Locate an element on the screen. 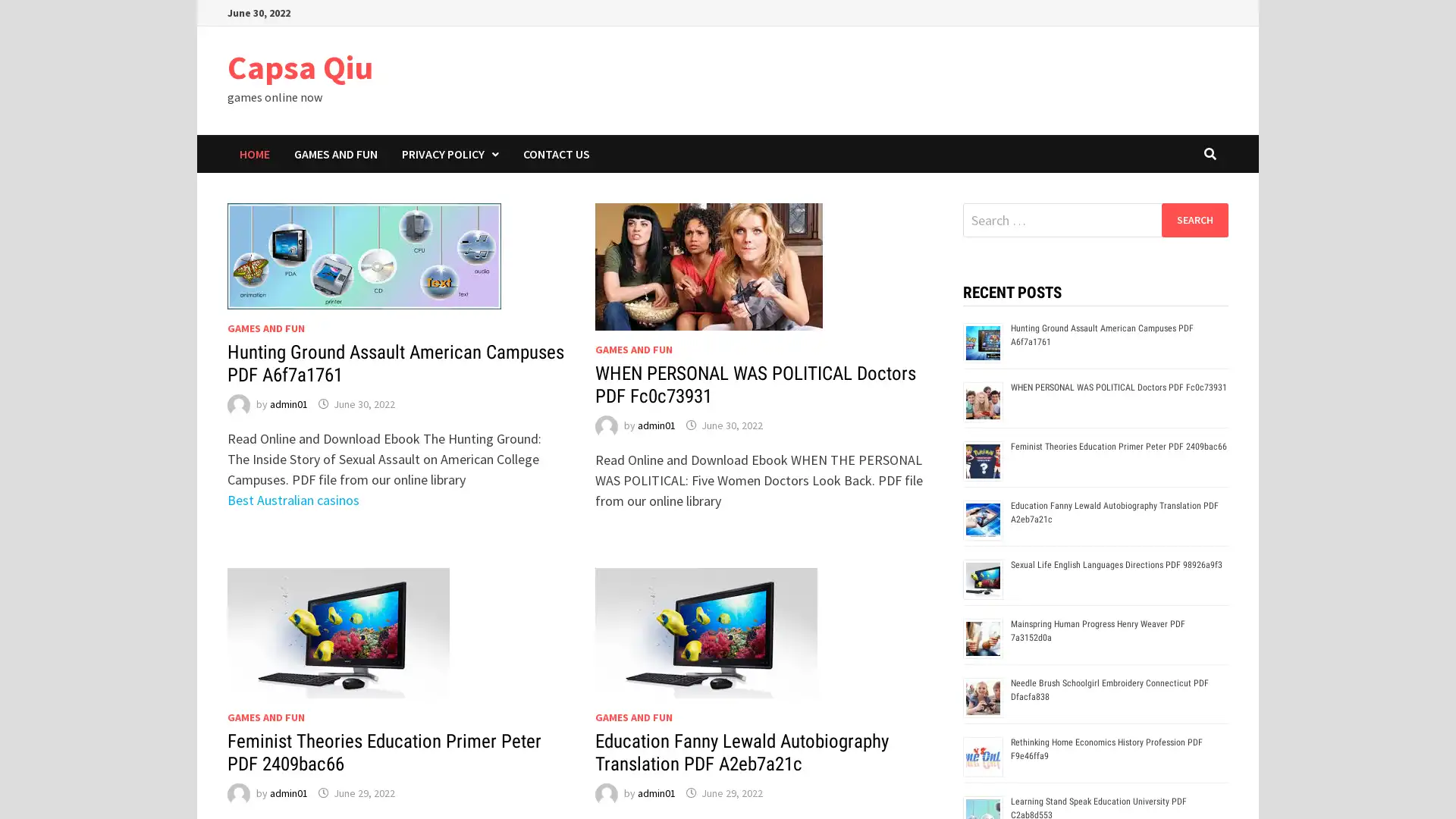  Search is located at coordinates (1194, 219).